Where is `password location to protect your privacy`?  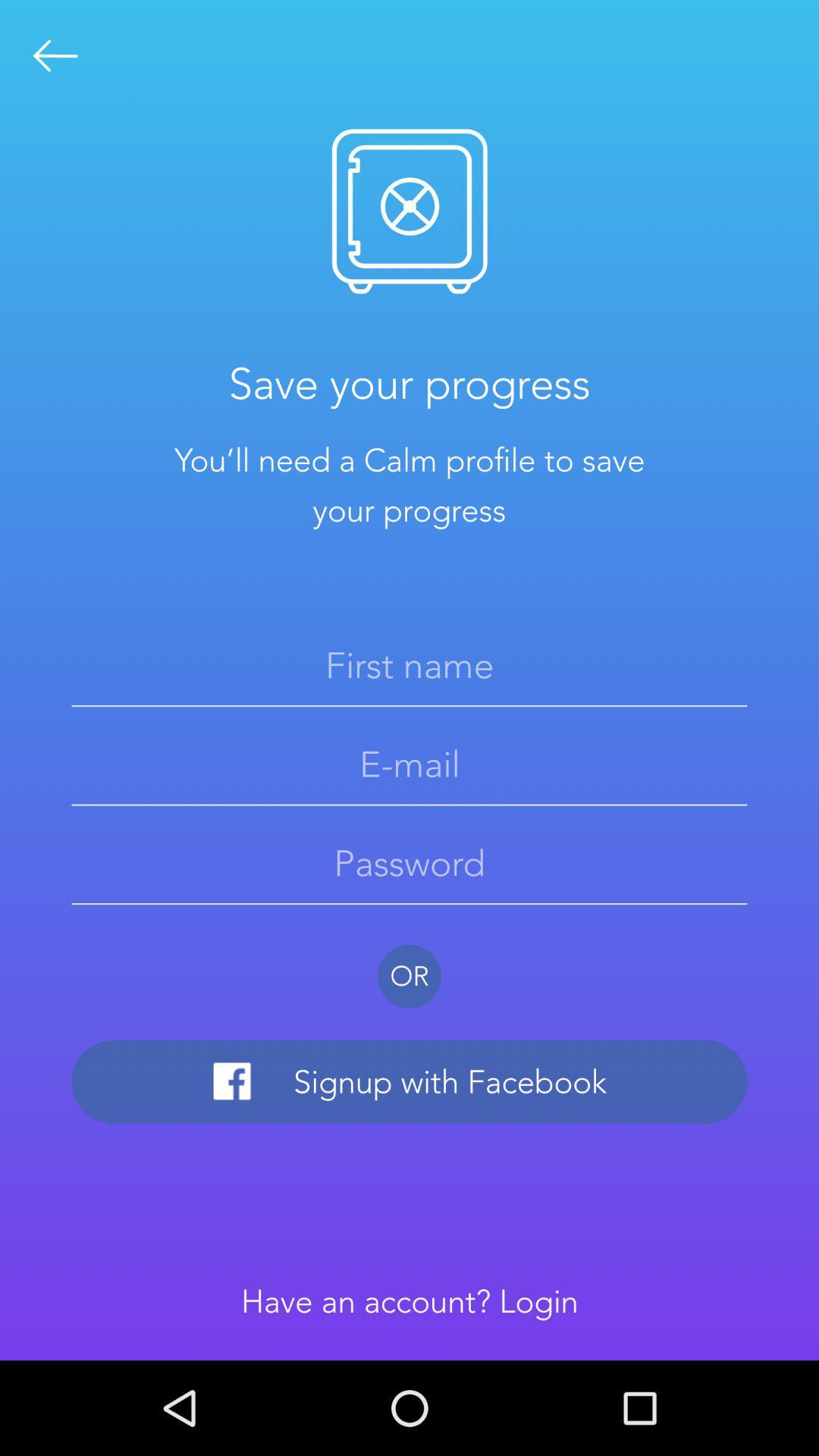 password location to protect your privacy is located at coordinates (409, 863).